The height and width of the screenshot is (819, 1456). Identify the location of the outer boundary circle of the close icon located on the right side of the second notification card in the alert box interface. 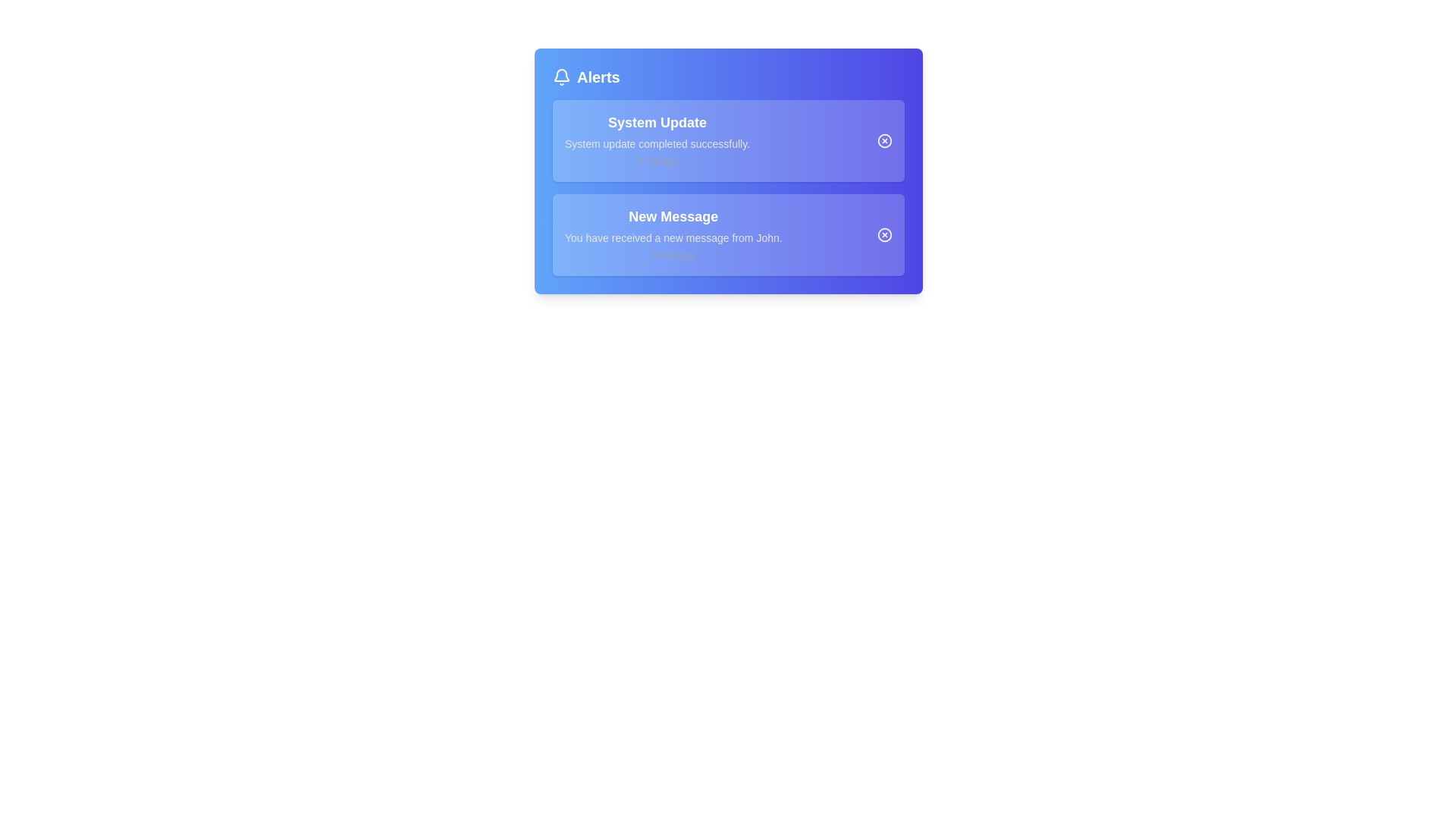
(884, 234).